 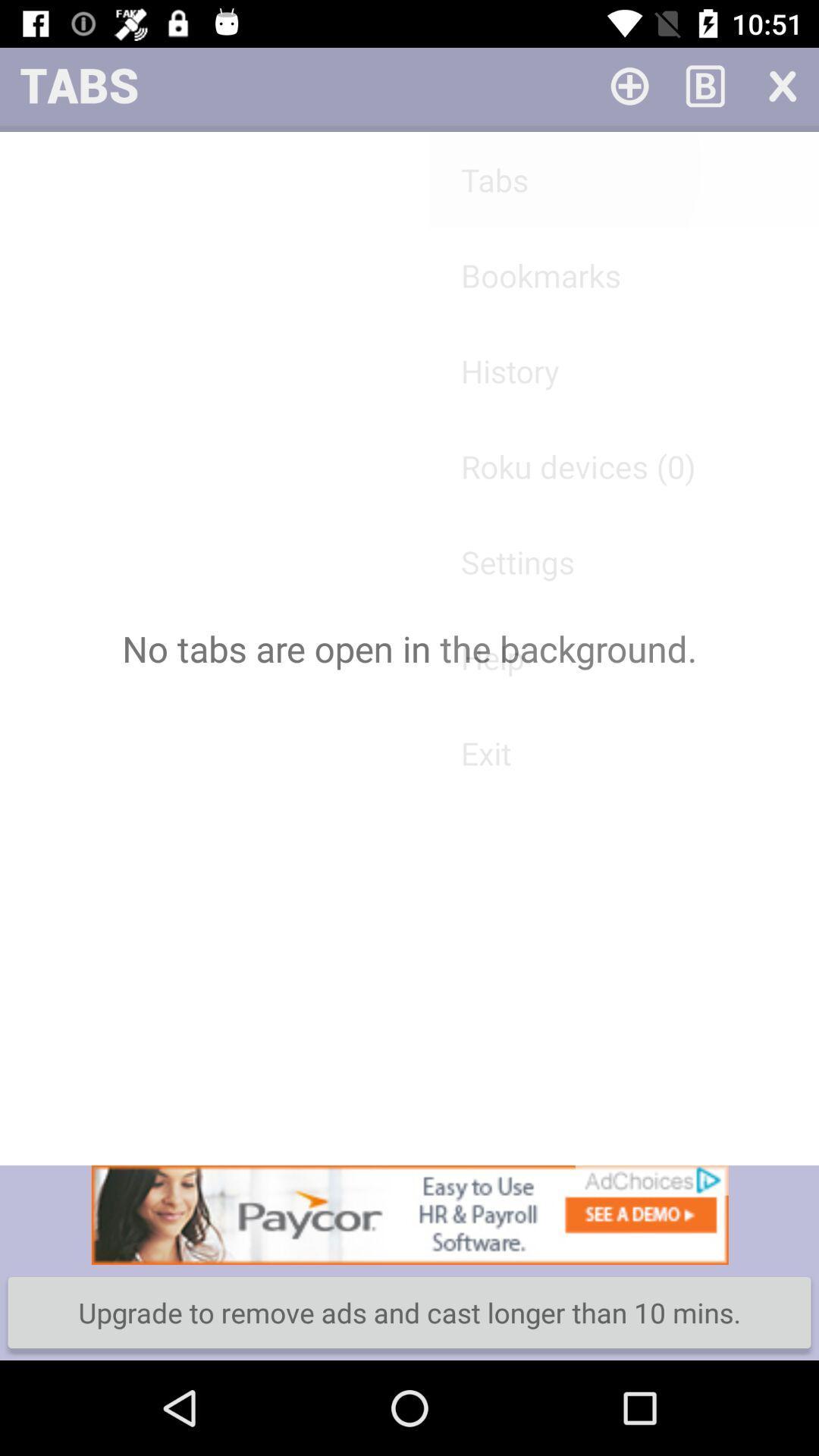 I want to click on advertisement for paycor software, so click(x=409, y=1215).